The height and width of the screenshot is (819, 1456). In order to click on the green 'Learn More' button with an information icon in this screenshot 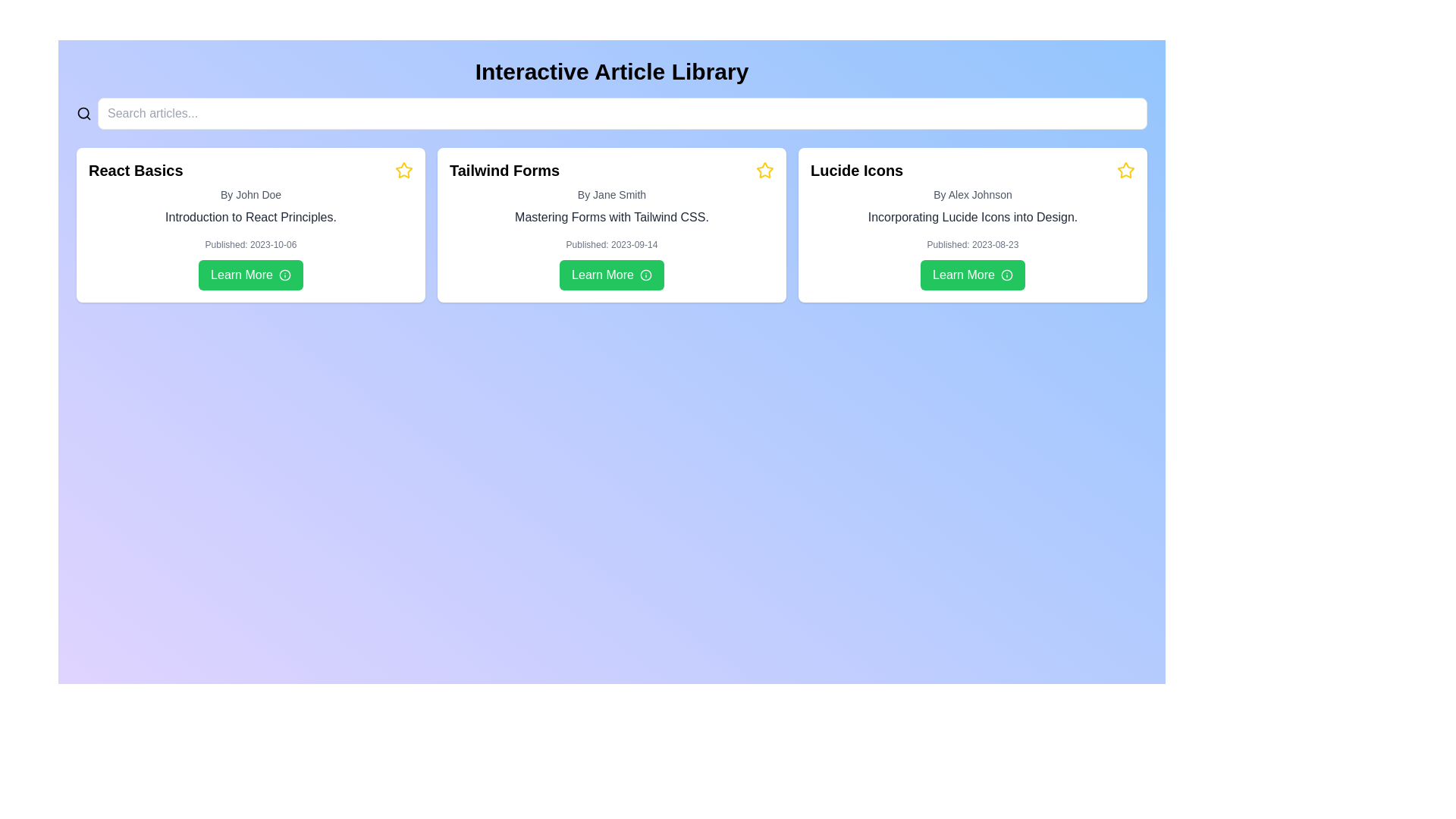, I will do `click(611, 275)`.